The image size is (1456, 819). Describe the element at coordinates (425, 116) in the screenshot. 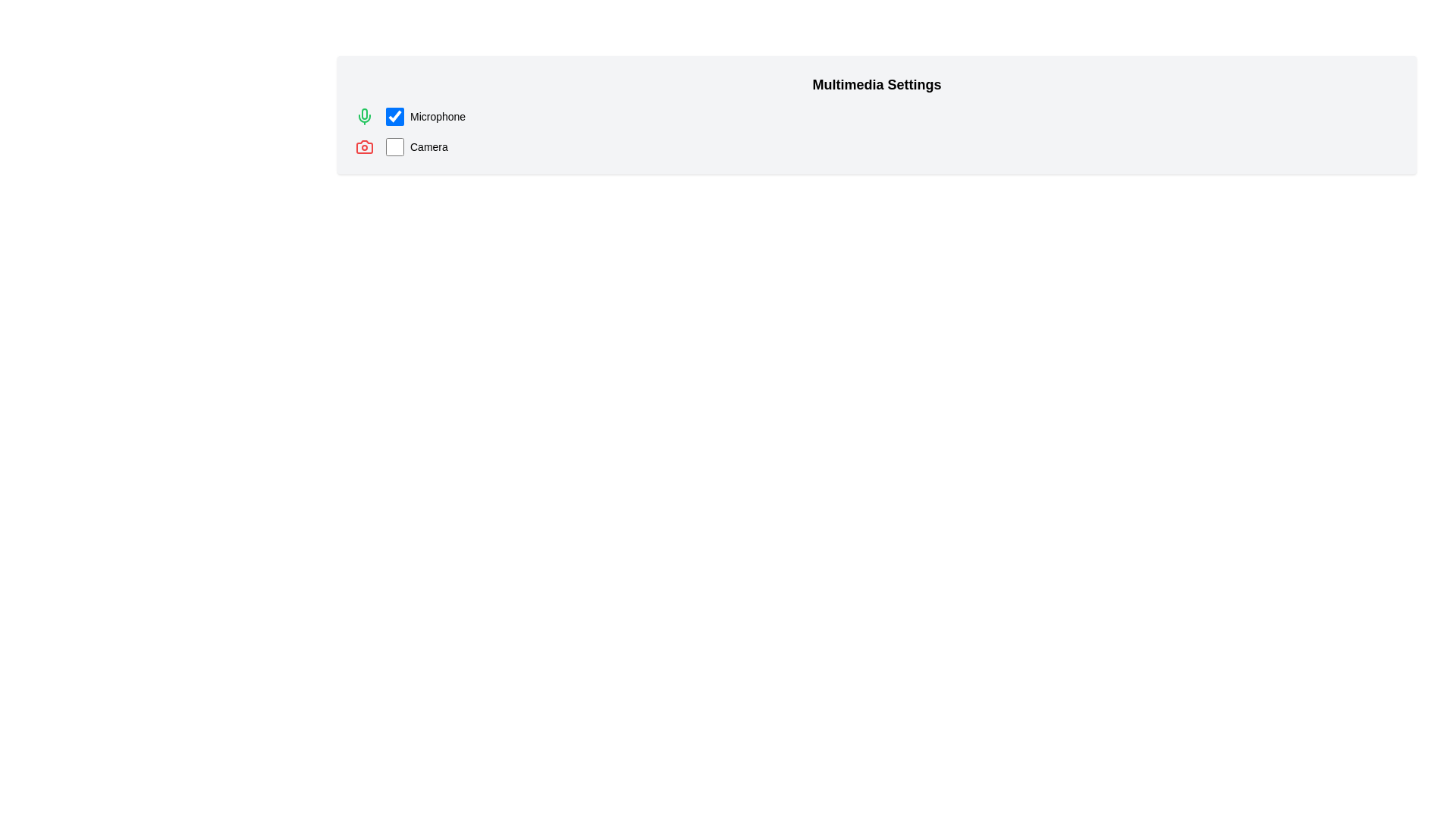

I see `the 'Microphone' label located to the right of the checkbox` at that location.